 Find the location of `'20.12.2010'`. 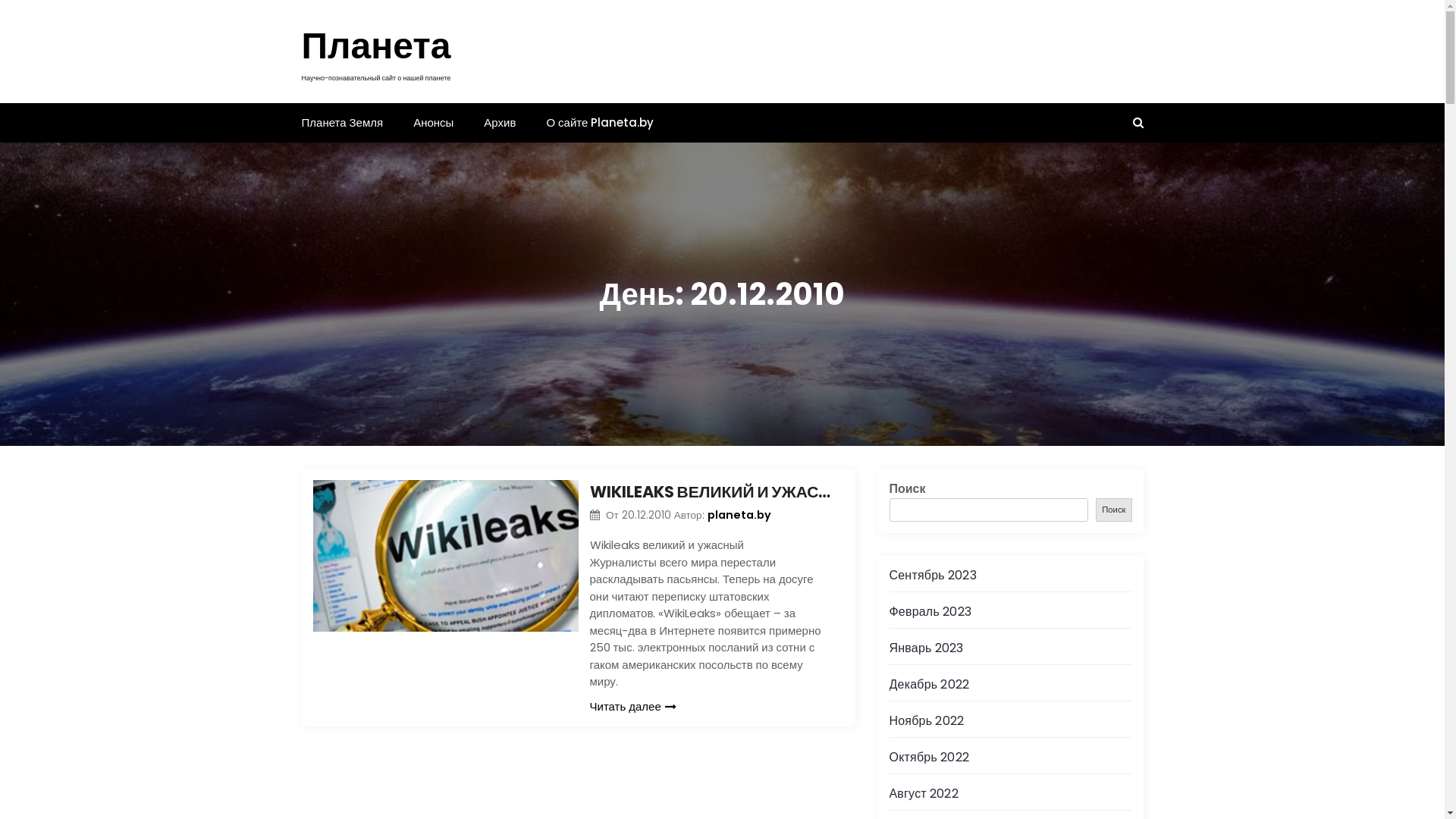

'20.12.2010' is located at coordinates (648, 514).